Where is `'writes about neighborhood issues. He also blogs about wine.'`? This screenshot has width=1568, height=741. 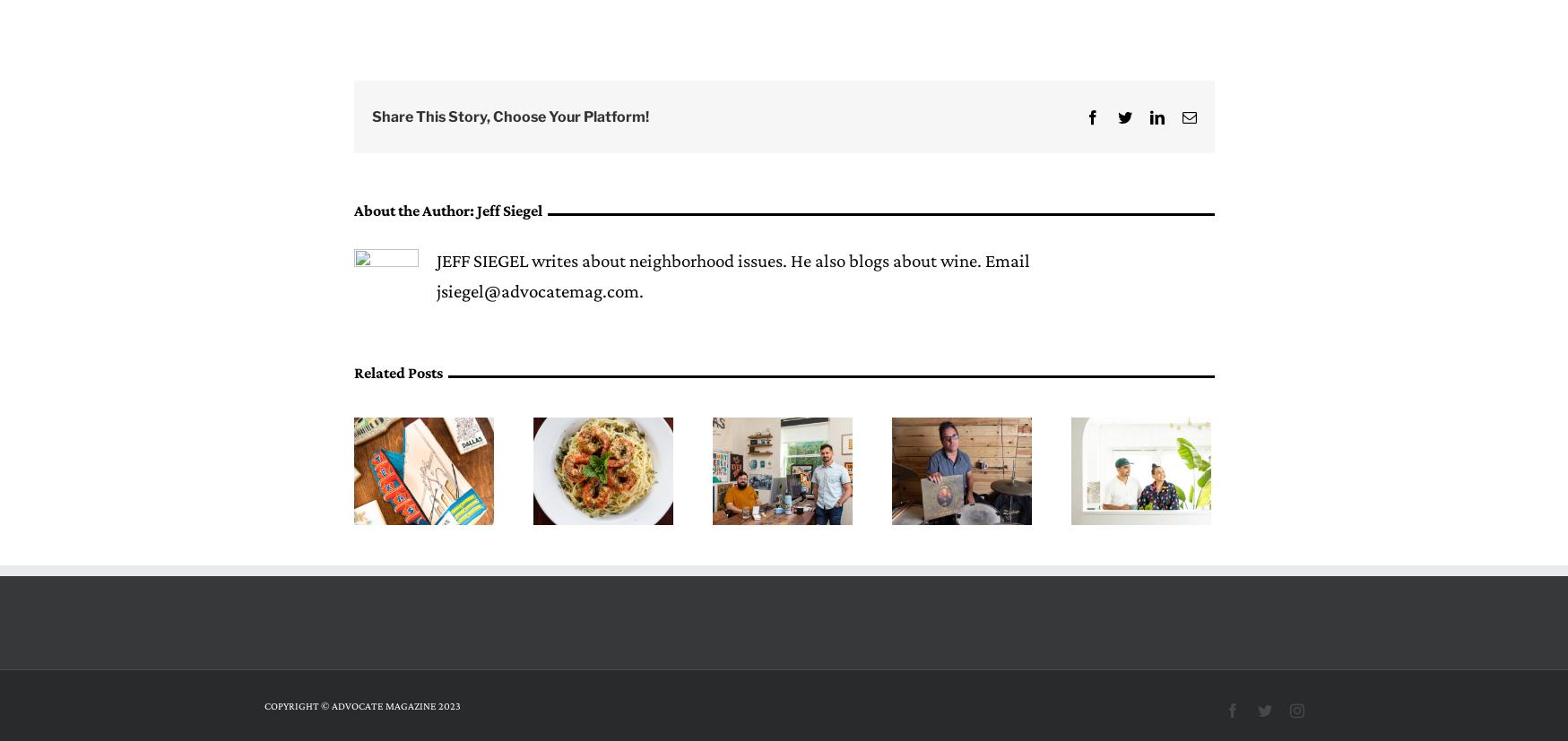 'writes about neighborhood issues. He also blogs about wine.' is located at coordinates (755, 260).